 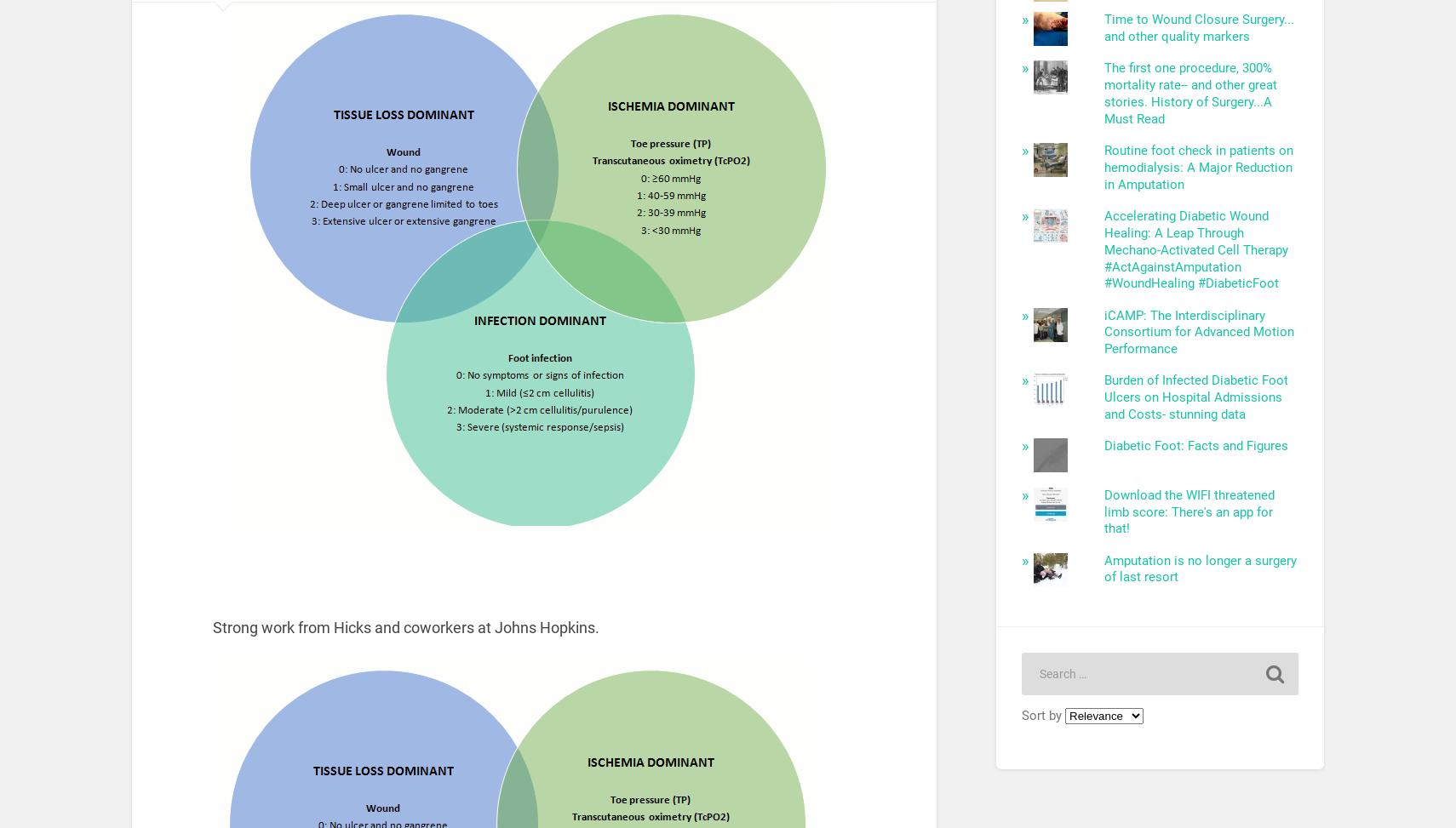 What do you see at coordinates (1195, 397) in the screenshot?
I see `'Burden of Infected Diabetic Foot Ulcers on Hospital Admissions and Costs- stunning data'` at bounding box center [1195, 397].